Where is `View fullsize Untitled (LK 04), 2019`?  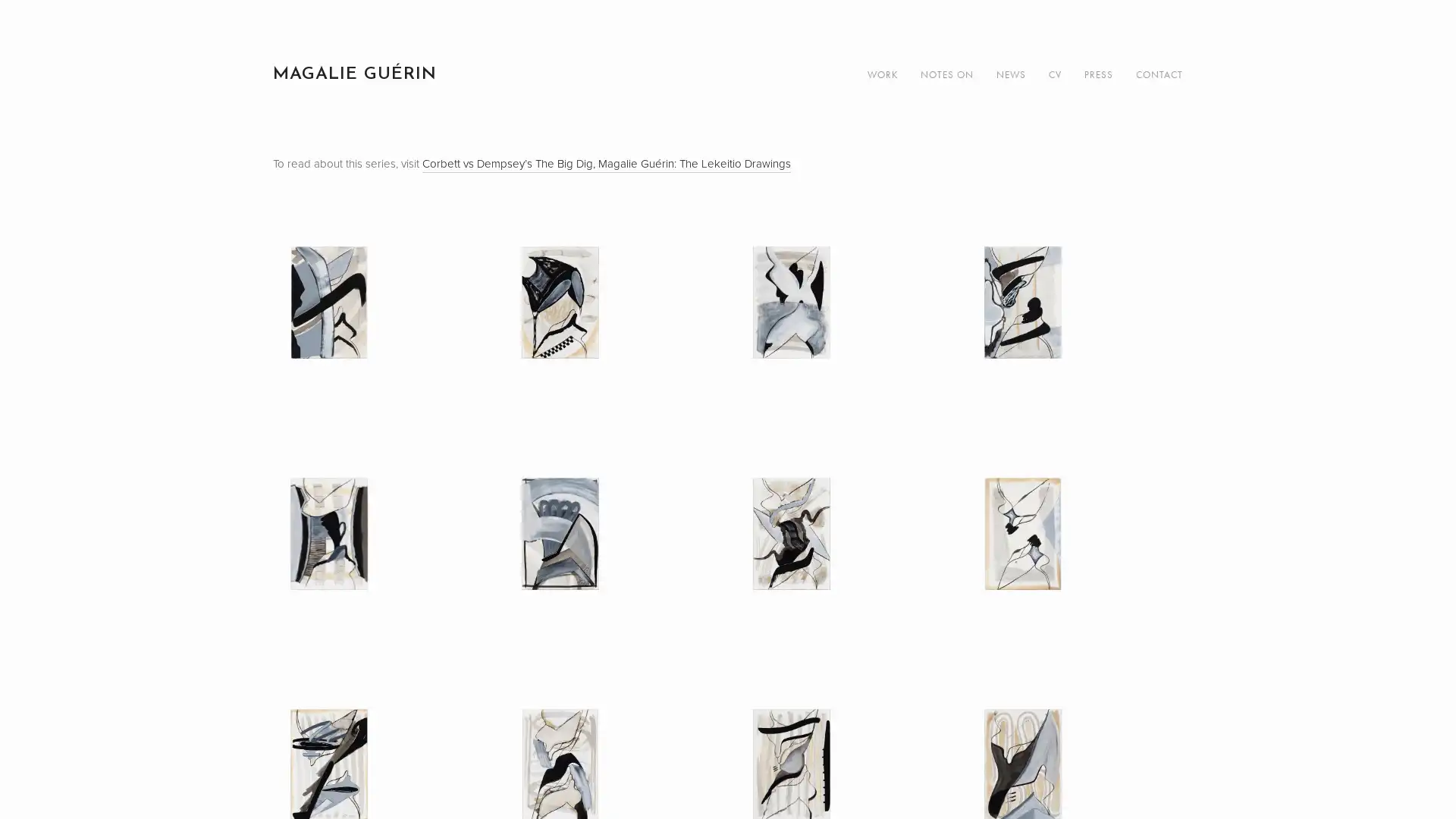
View fullsize Untitled (LK 04), 2019 is located at coordinates (1074, 354).